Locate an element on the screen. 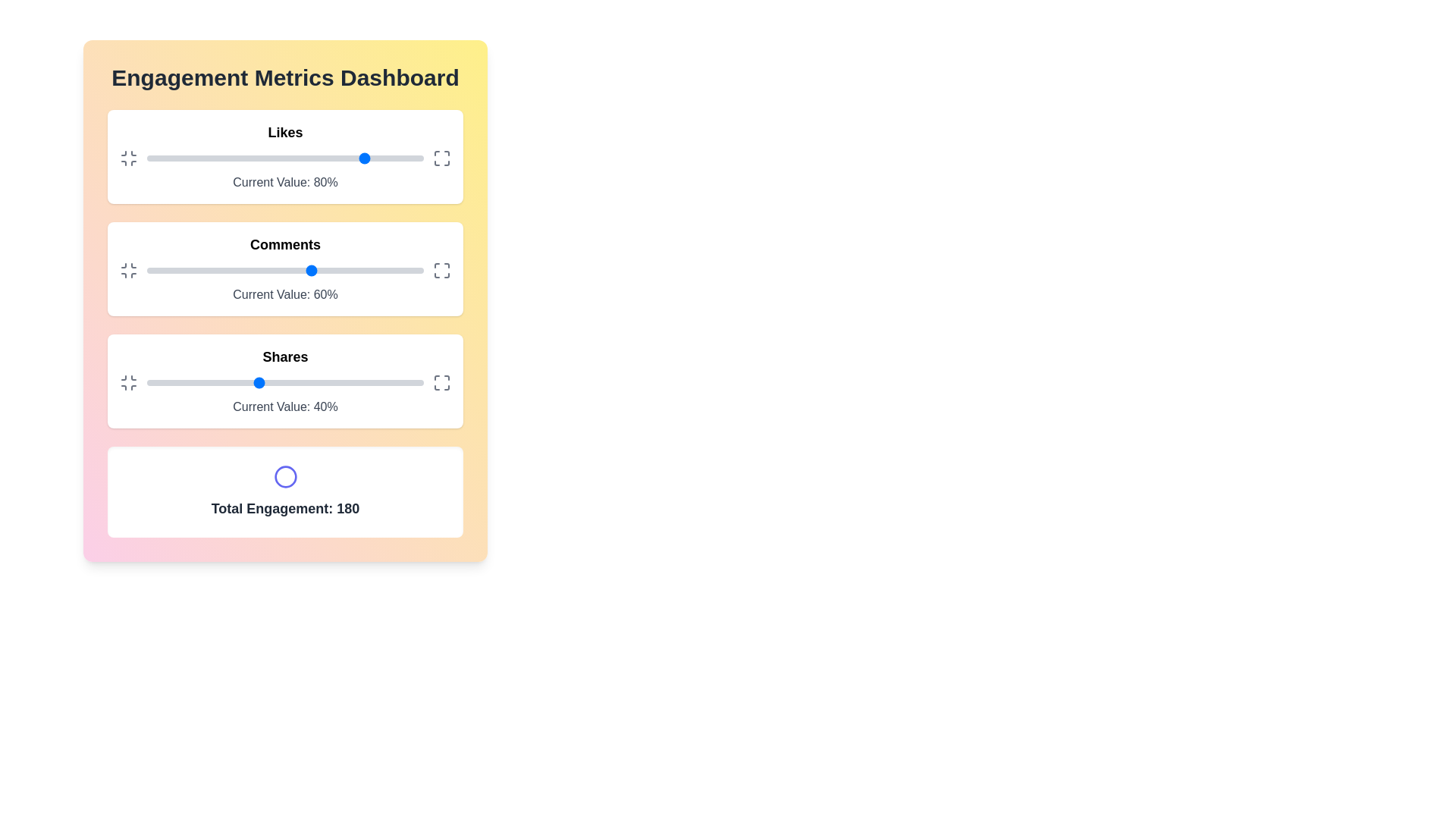 The height and width of the screenshot is (819, 1456). the shares value is located at coordinates (232, 382).